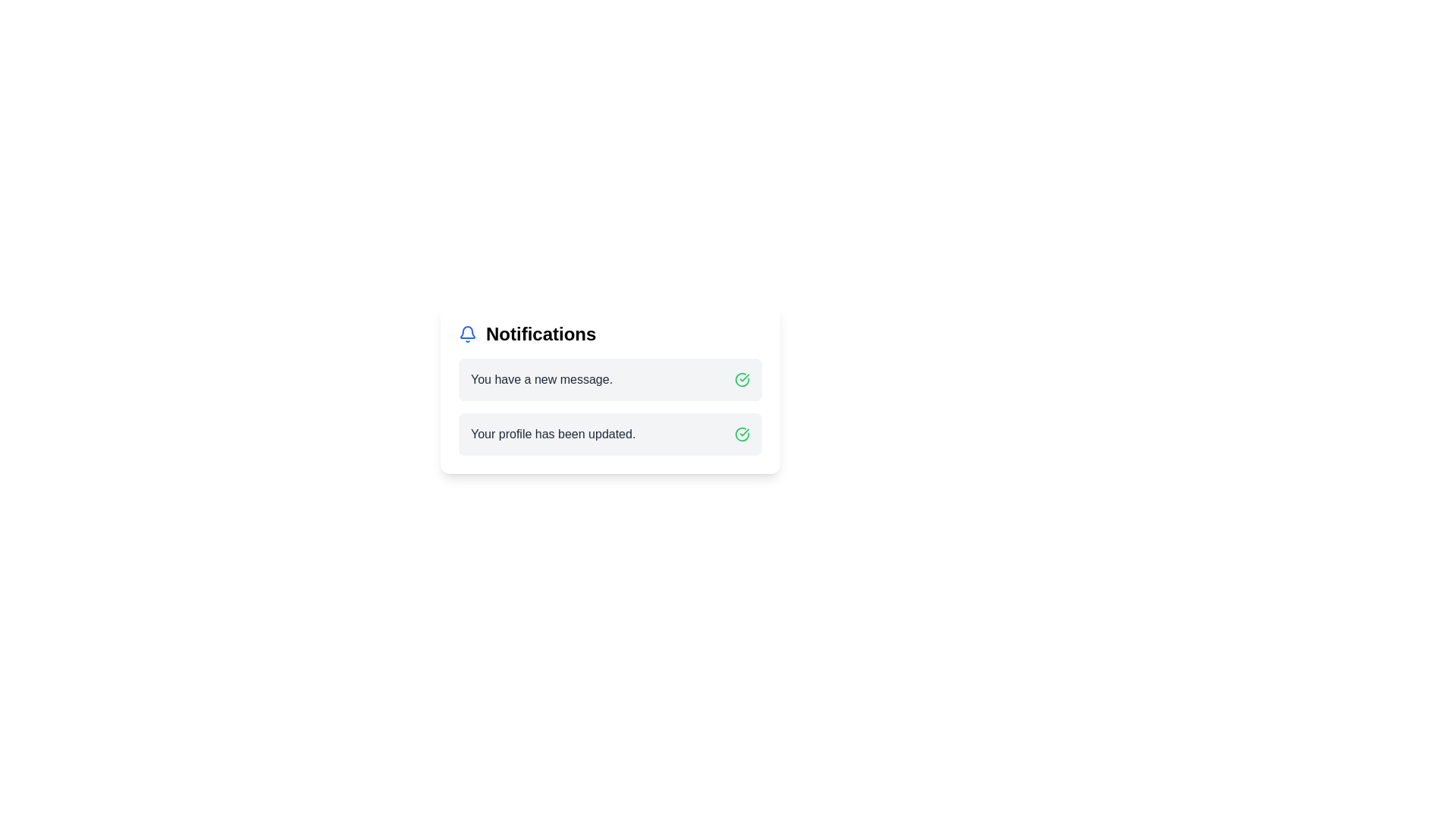 The width and height of the screenshot is (1456, 819). What do you see at coordinates (541, 379) in the screenshot?
I see `the notification message Text Block located within the first notification entry, which is displayed against a light gray background with rounded corners` at bounding box center [541, 379].